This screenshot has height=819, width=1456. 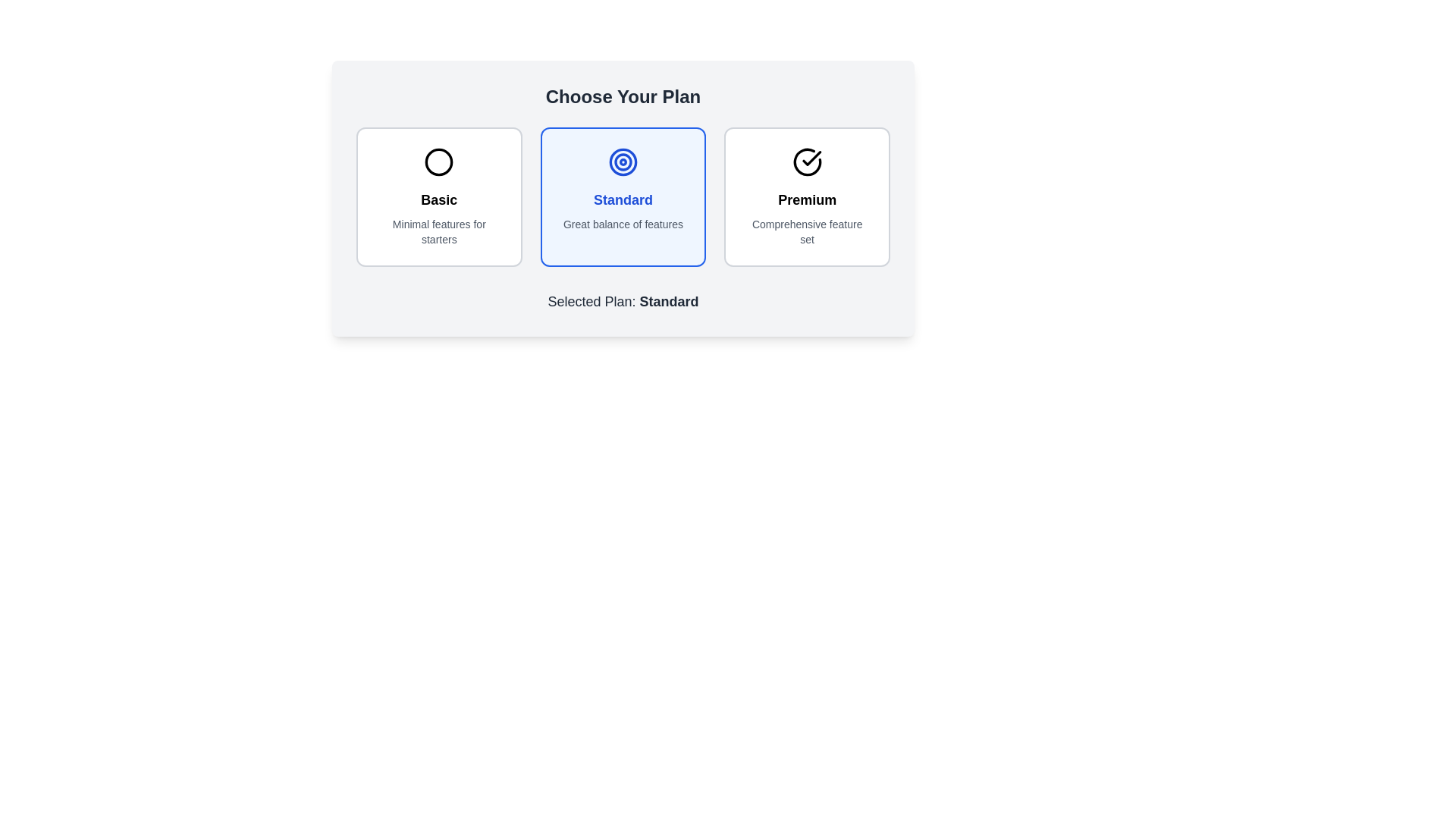 I want to click on the static text element displaying 'Standard', which indicates the currently selected subscription plan, so click(x=668, y=301).